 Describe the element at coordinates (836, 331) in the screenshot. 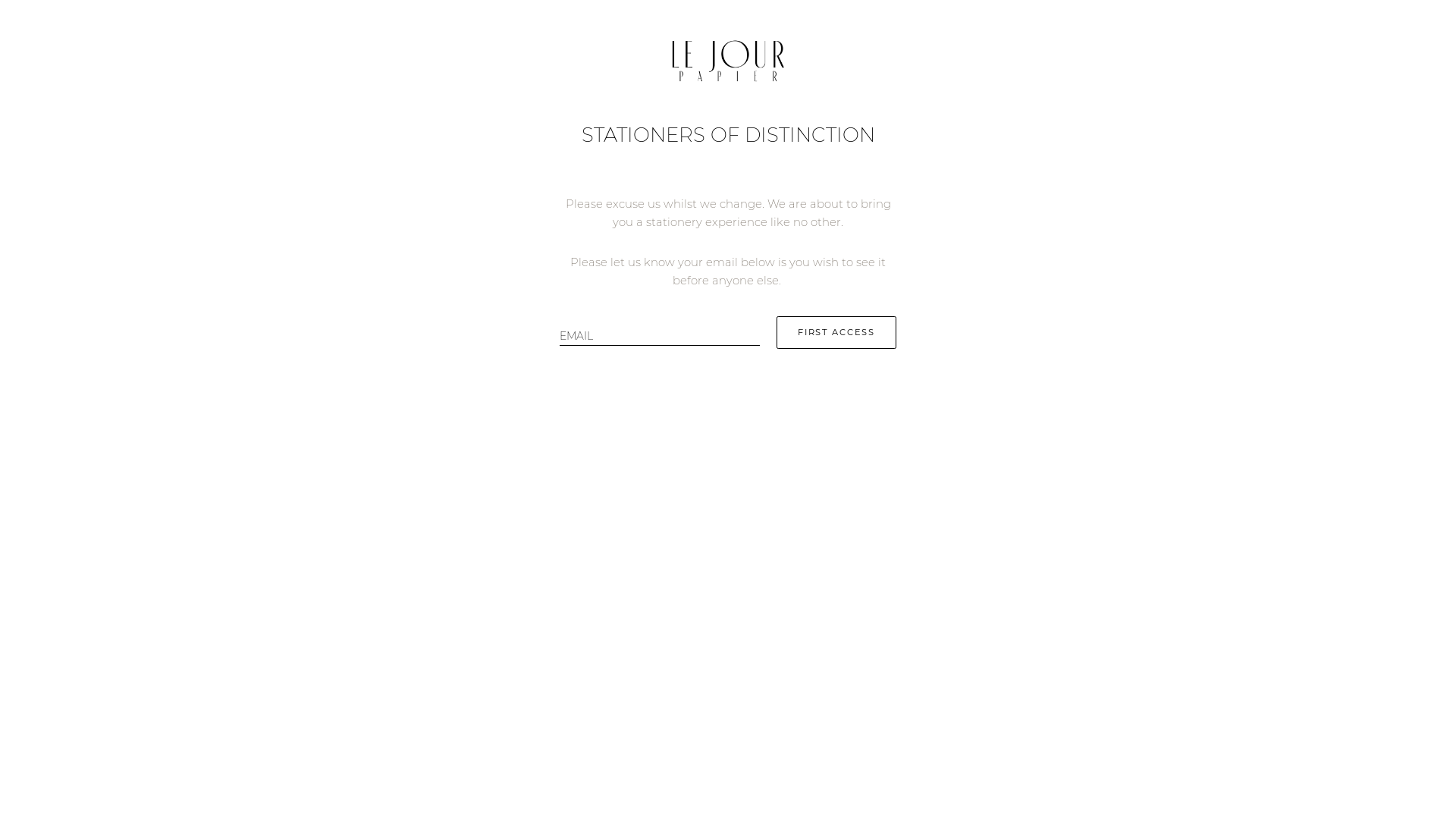

I see `'FIRST ACCESS'` at that location.